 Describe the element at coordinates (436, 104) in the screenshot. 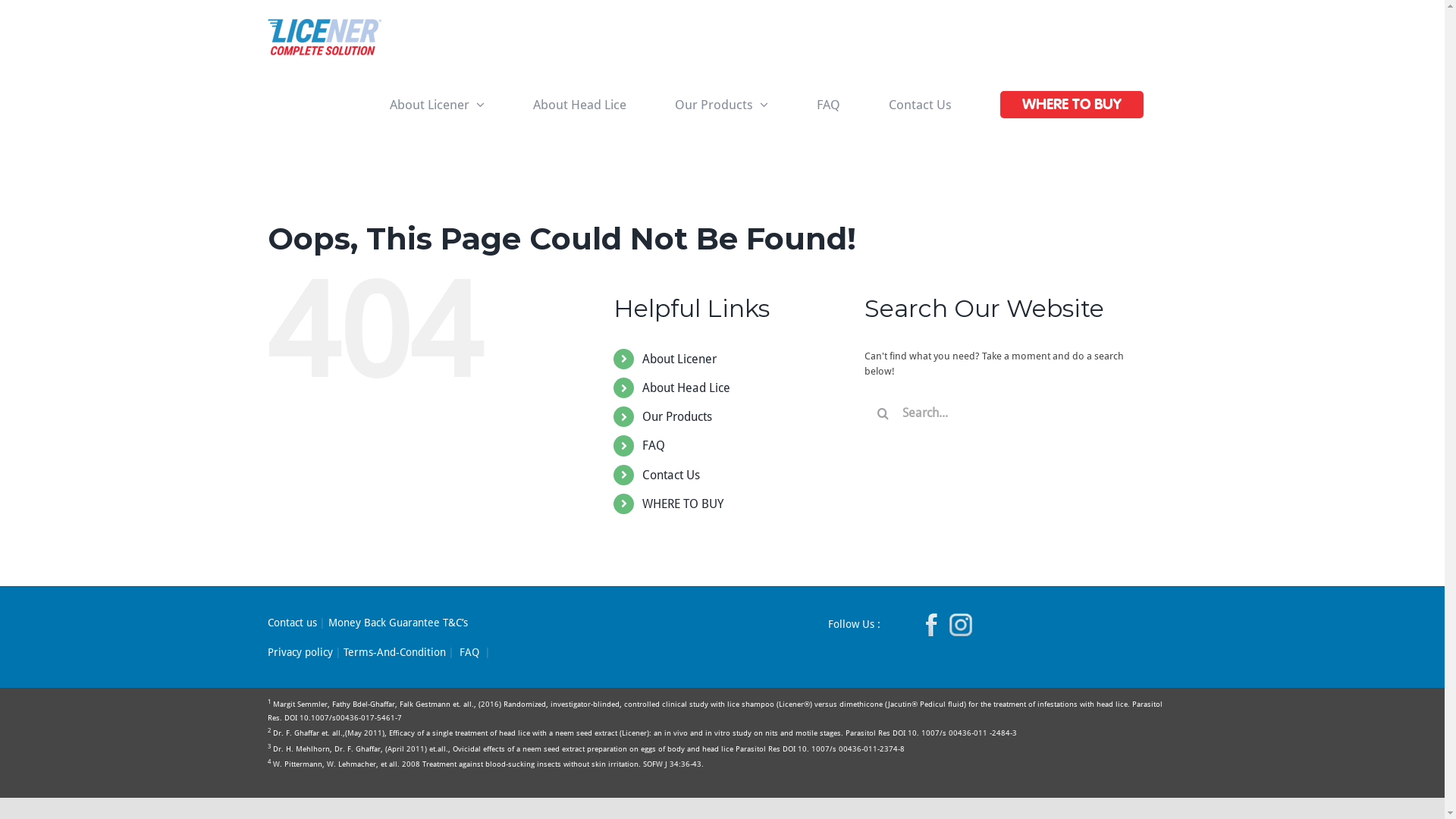

I see `'About Licener'` at that location.